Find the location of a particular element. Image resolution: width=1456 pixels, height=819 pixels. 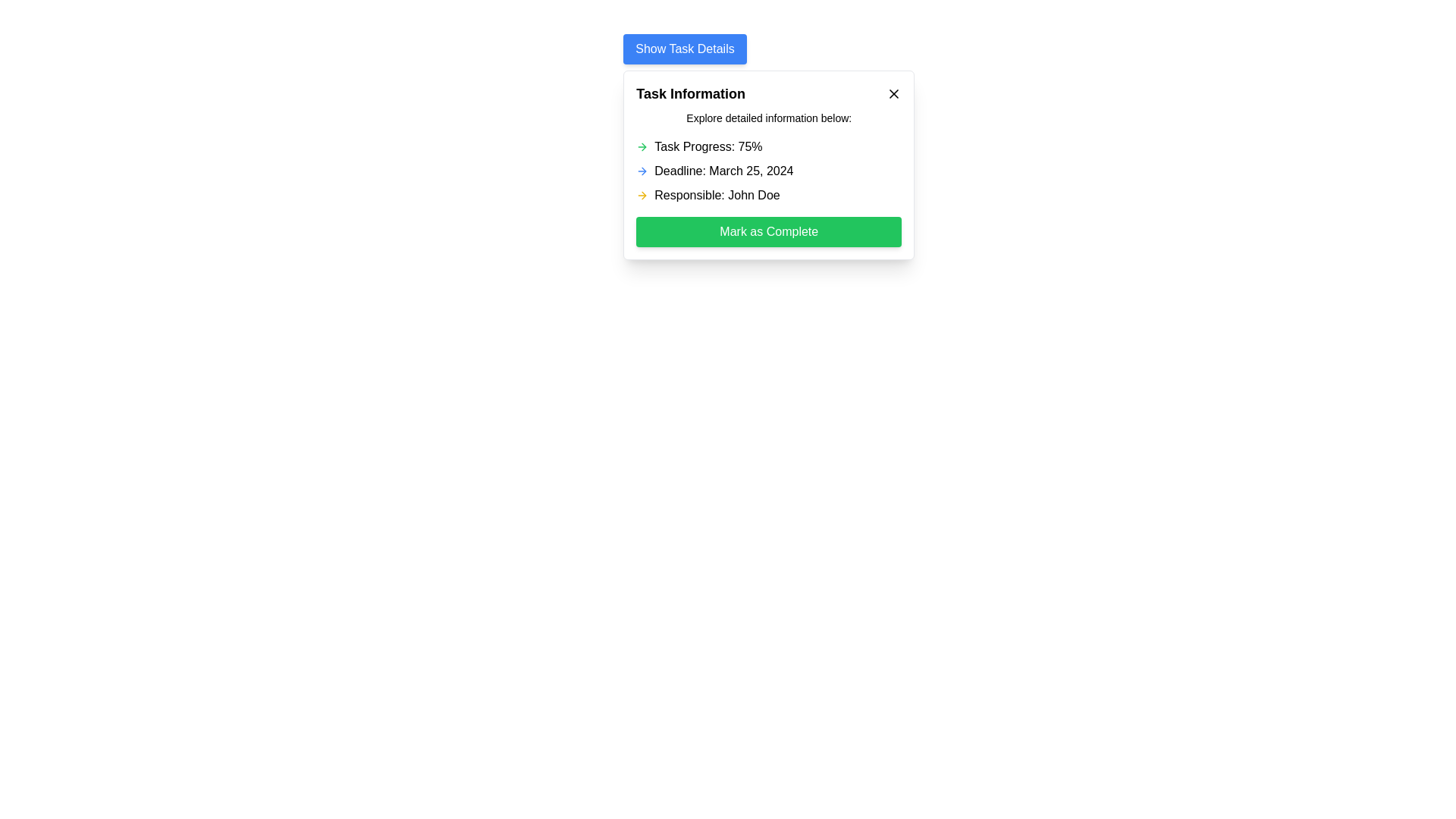

text 'Deadline: March 25, 2024' from the Text with Icon element located below 'Task Progress: 75%' and above 'Responsible: John Doe' is located at coordinates (769, 171).